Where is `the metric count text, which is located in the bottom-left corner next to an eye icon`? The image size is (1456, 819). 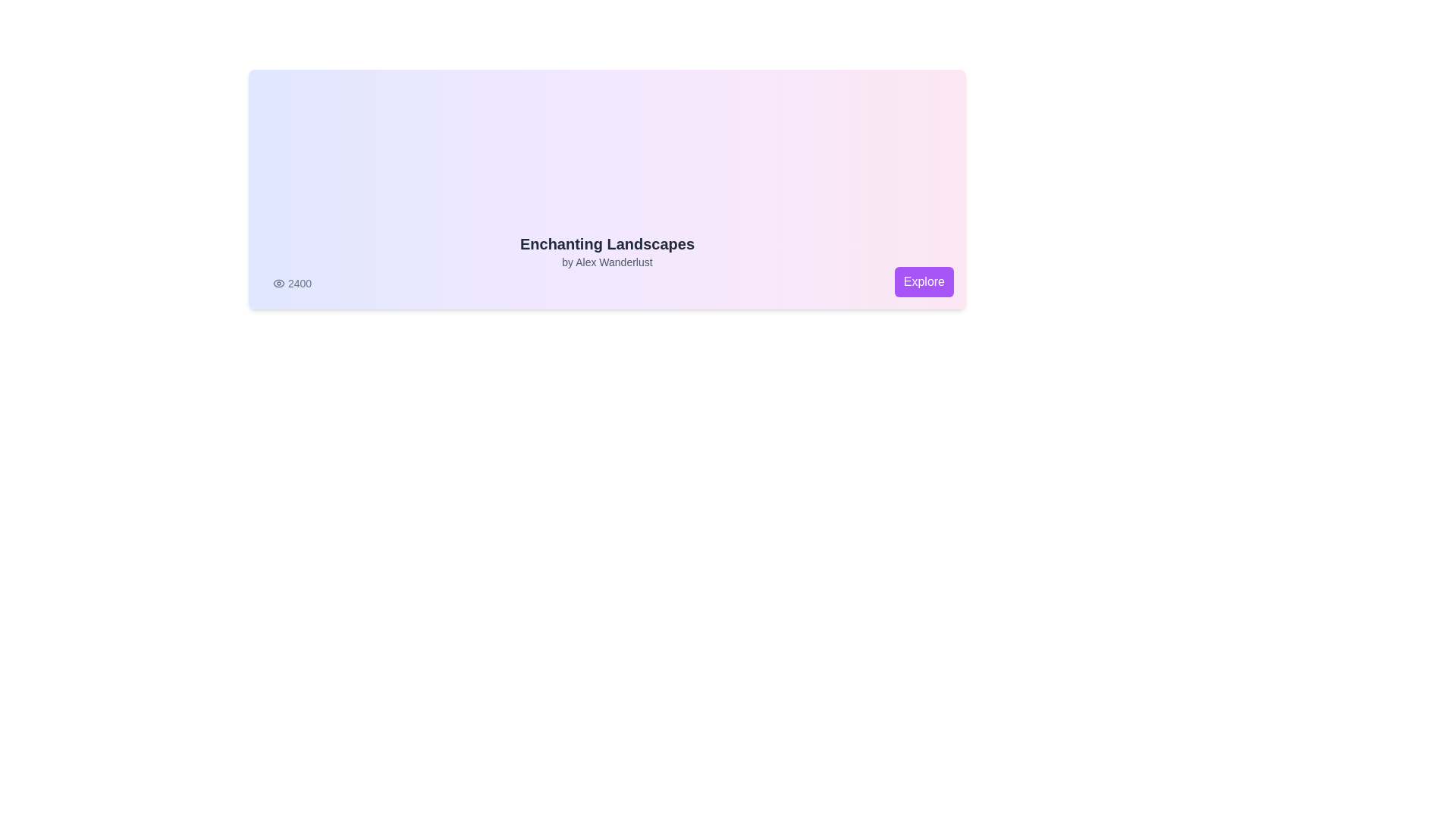
the metric count text, which is located in the bottom-left corner next to an eye icon is located at coordinates (292, 284).